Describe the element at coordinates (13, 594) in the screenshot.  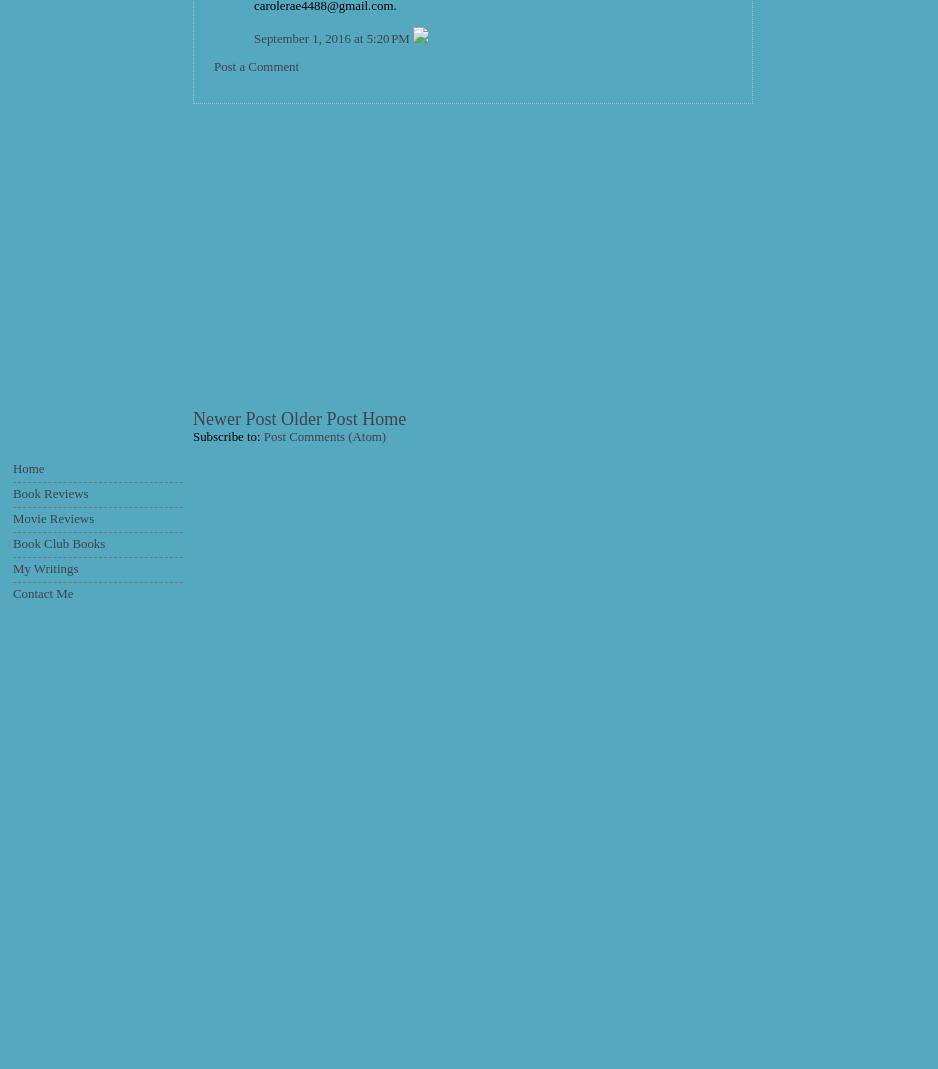
I see `'Contact Me'` at that location.